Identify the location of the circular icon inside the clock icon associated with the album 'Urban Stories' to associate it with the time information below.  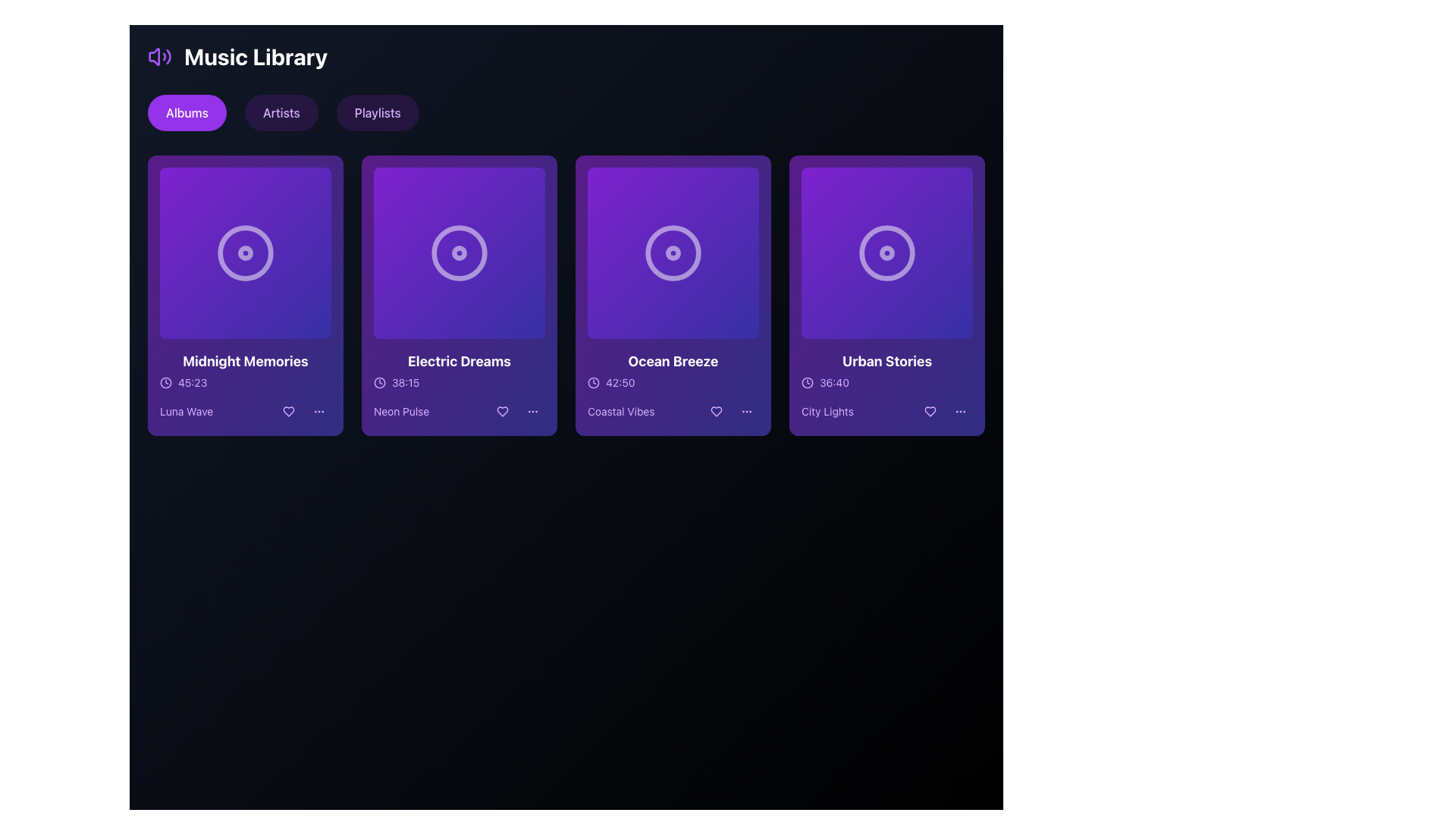
(807, 382).